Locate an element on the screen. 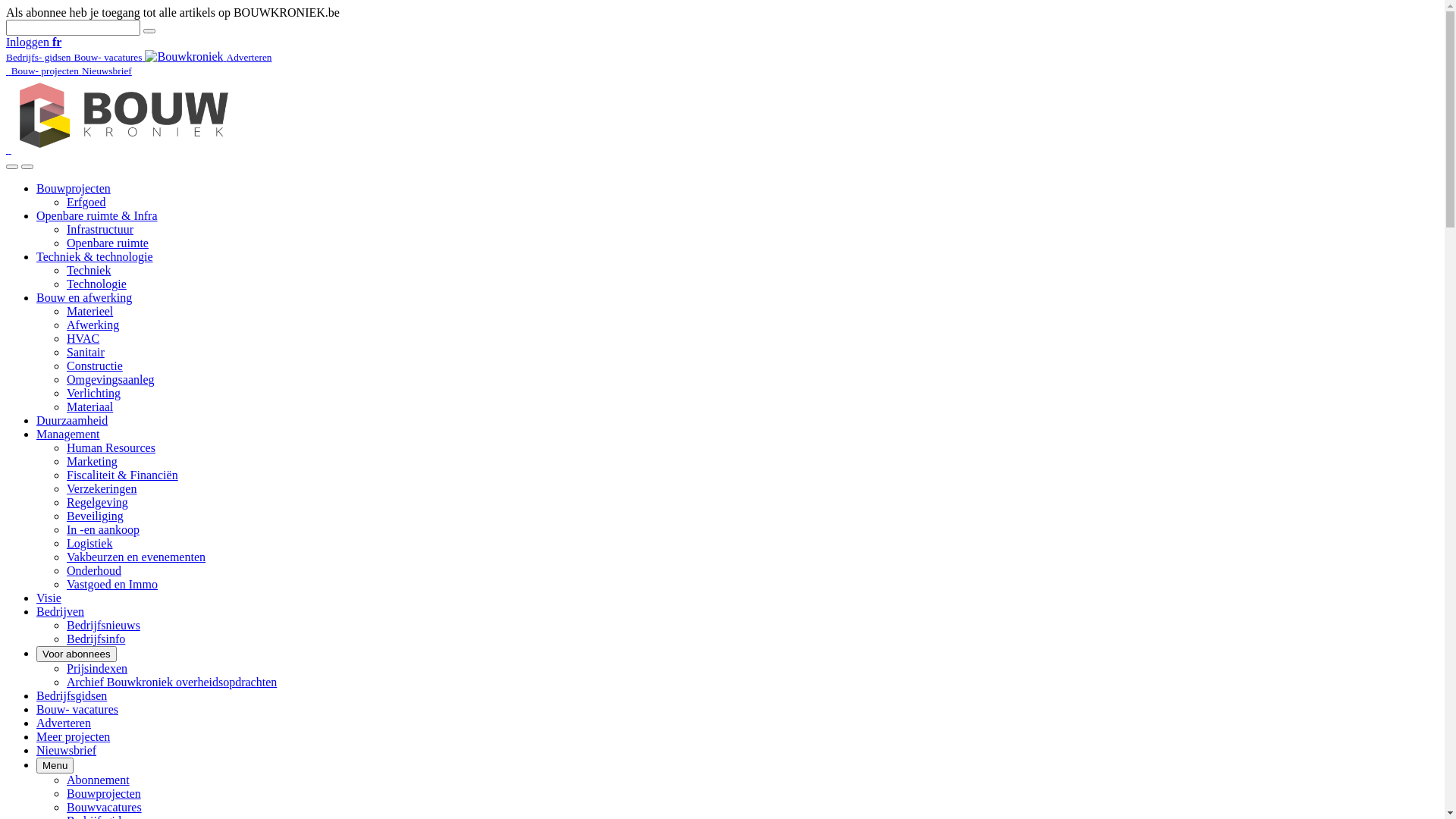 Image resolution: width=1456 pixels, height=819 pixels. 'HVAC' is located at coordinates (82, 337).